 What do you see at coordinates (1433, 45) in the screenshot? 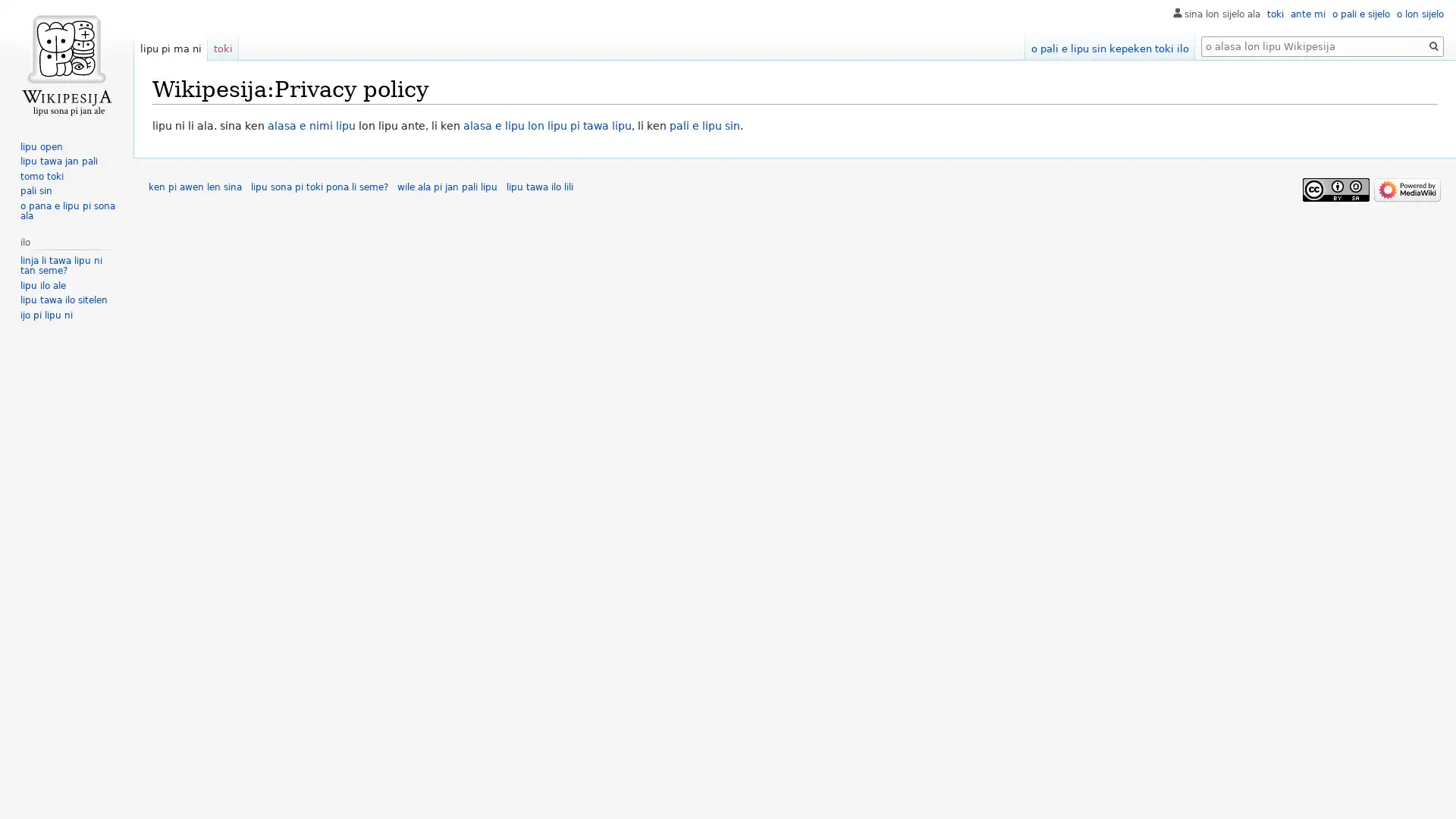
I see `o alasa` at bounding box center [1433, 45].